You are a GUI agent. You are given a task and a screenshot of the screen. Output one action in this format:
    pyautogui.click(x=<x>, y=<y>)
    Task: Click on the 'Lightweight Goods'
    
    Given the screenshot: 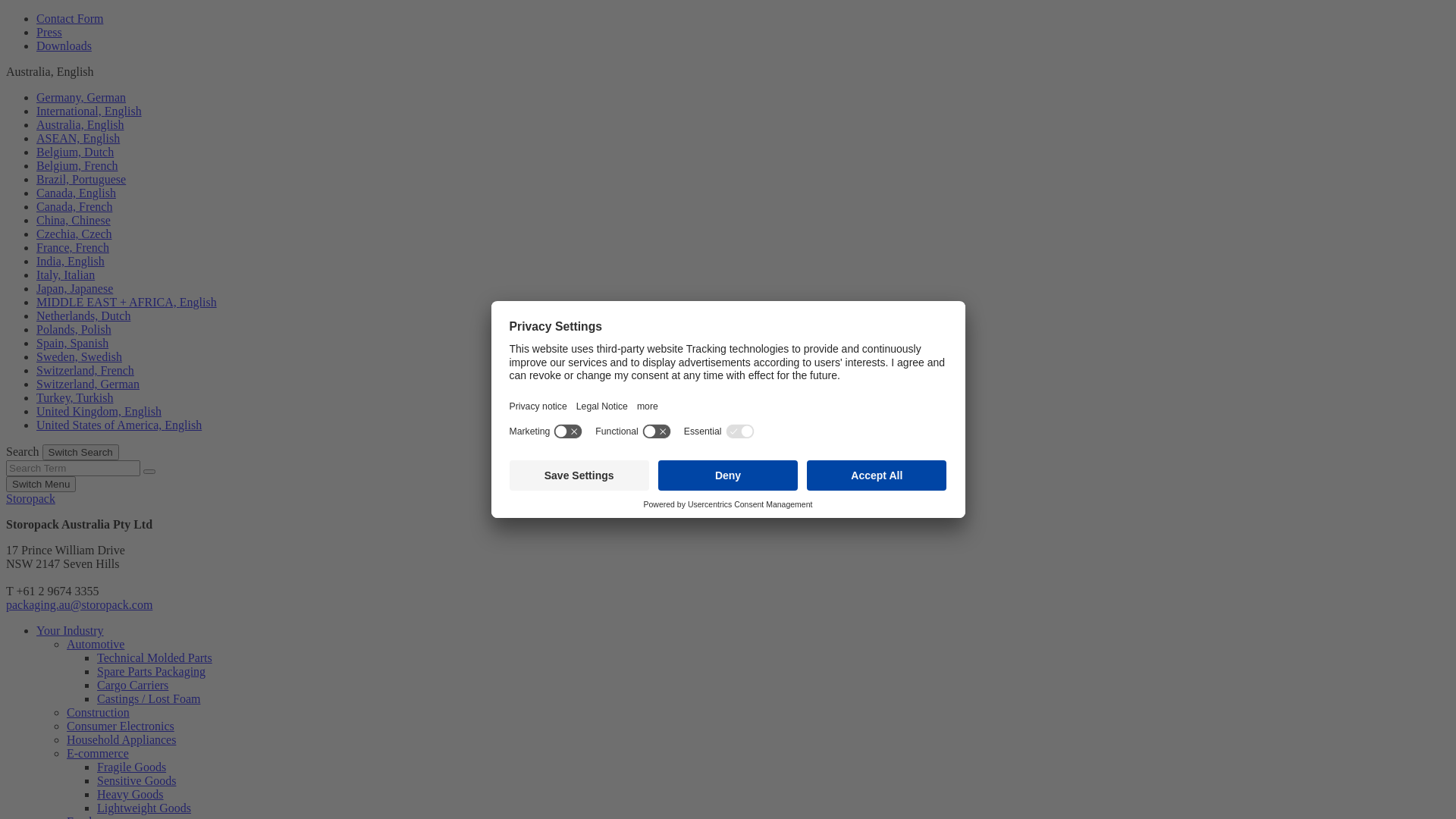 What is the action you would take?
    pyautogui.click(x=144, y=807)
    